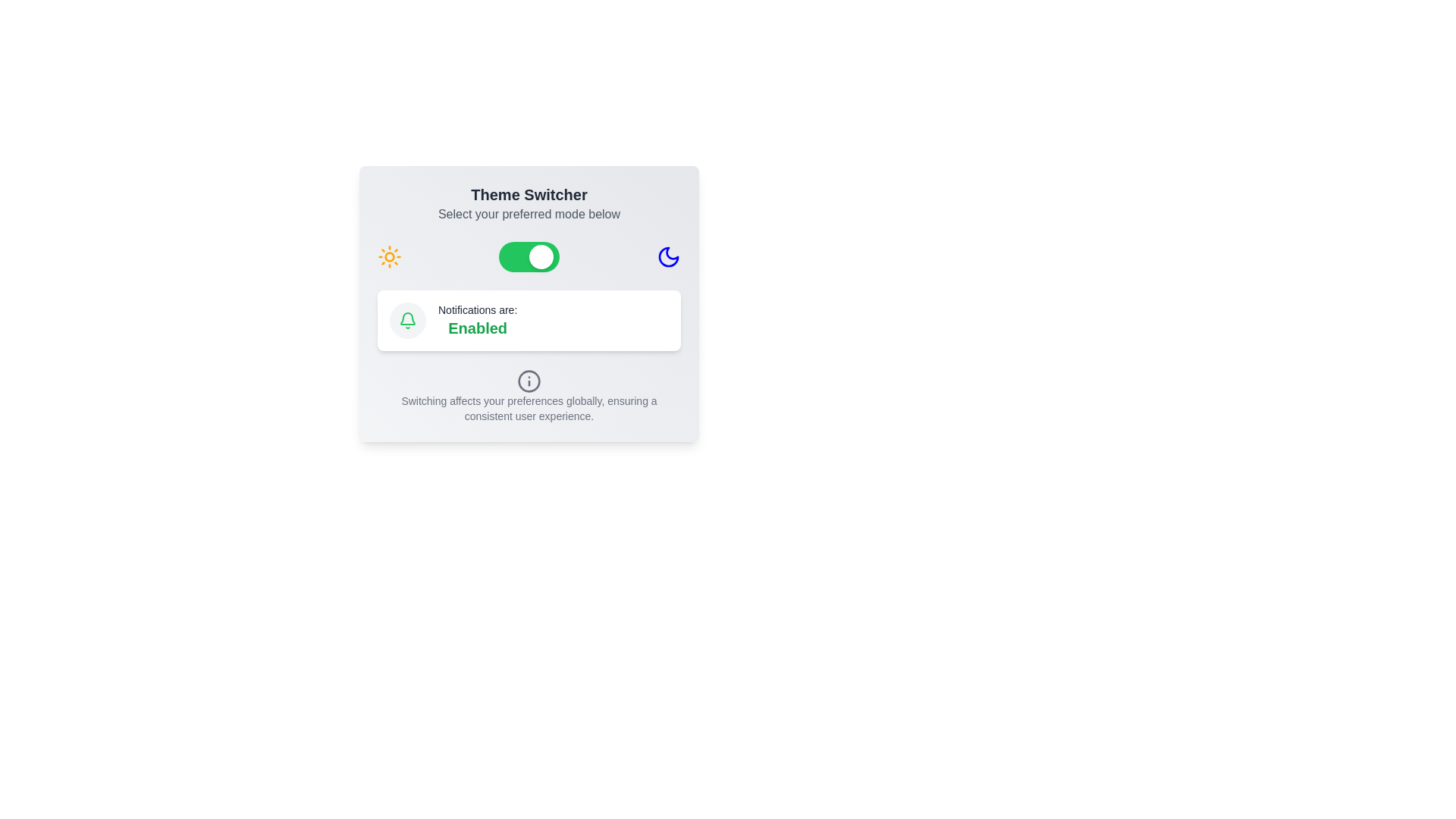  Describe the element at coordinates (529, 256) in the screenshot. I see `the toggle switch for activating or deactivating a feature, located centrally with sun and moon icons` at that location.